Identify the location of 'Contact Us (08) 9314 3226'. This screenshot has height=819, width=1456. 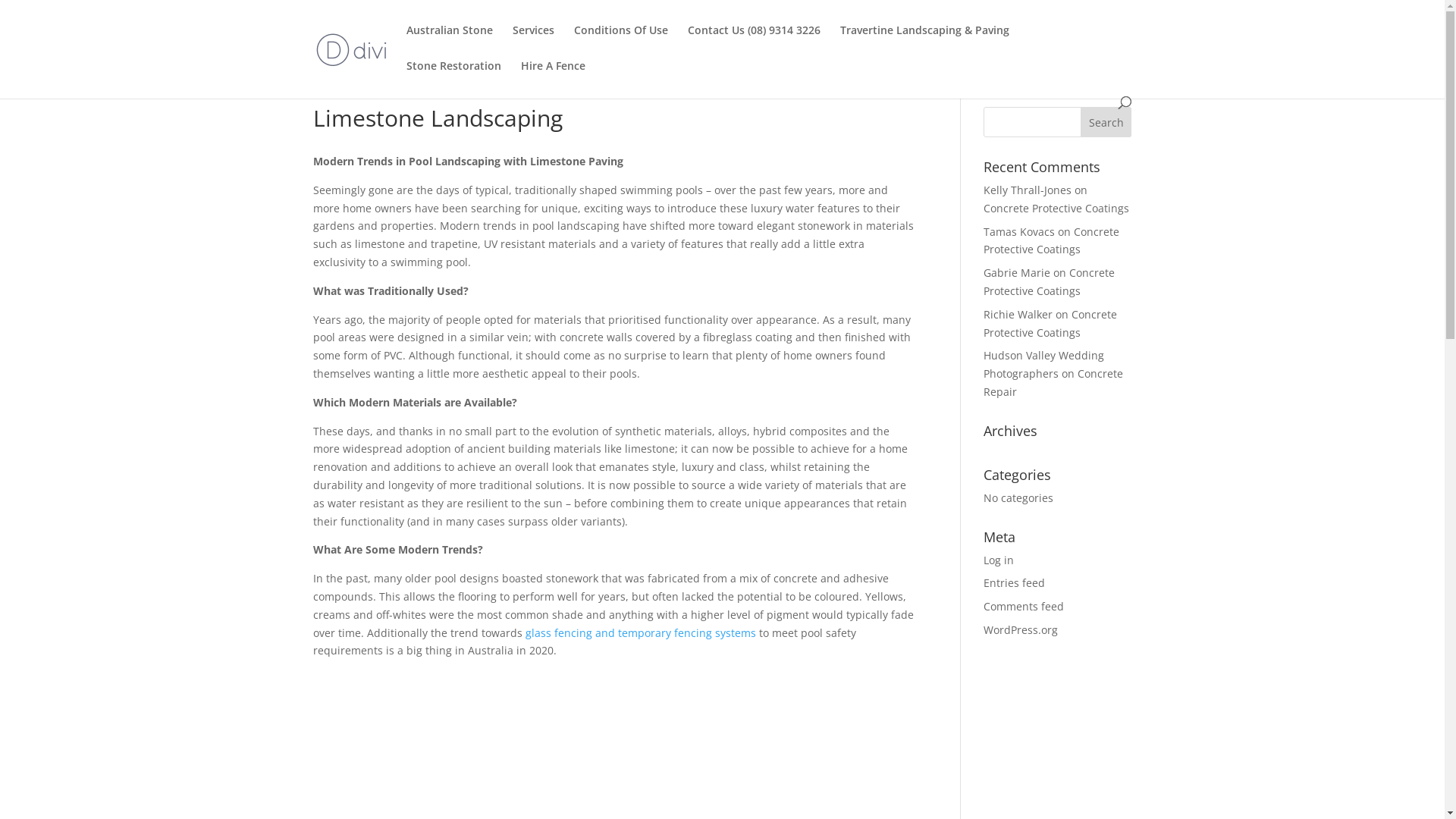
(753, 42).